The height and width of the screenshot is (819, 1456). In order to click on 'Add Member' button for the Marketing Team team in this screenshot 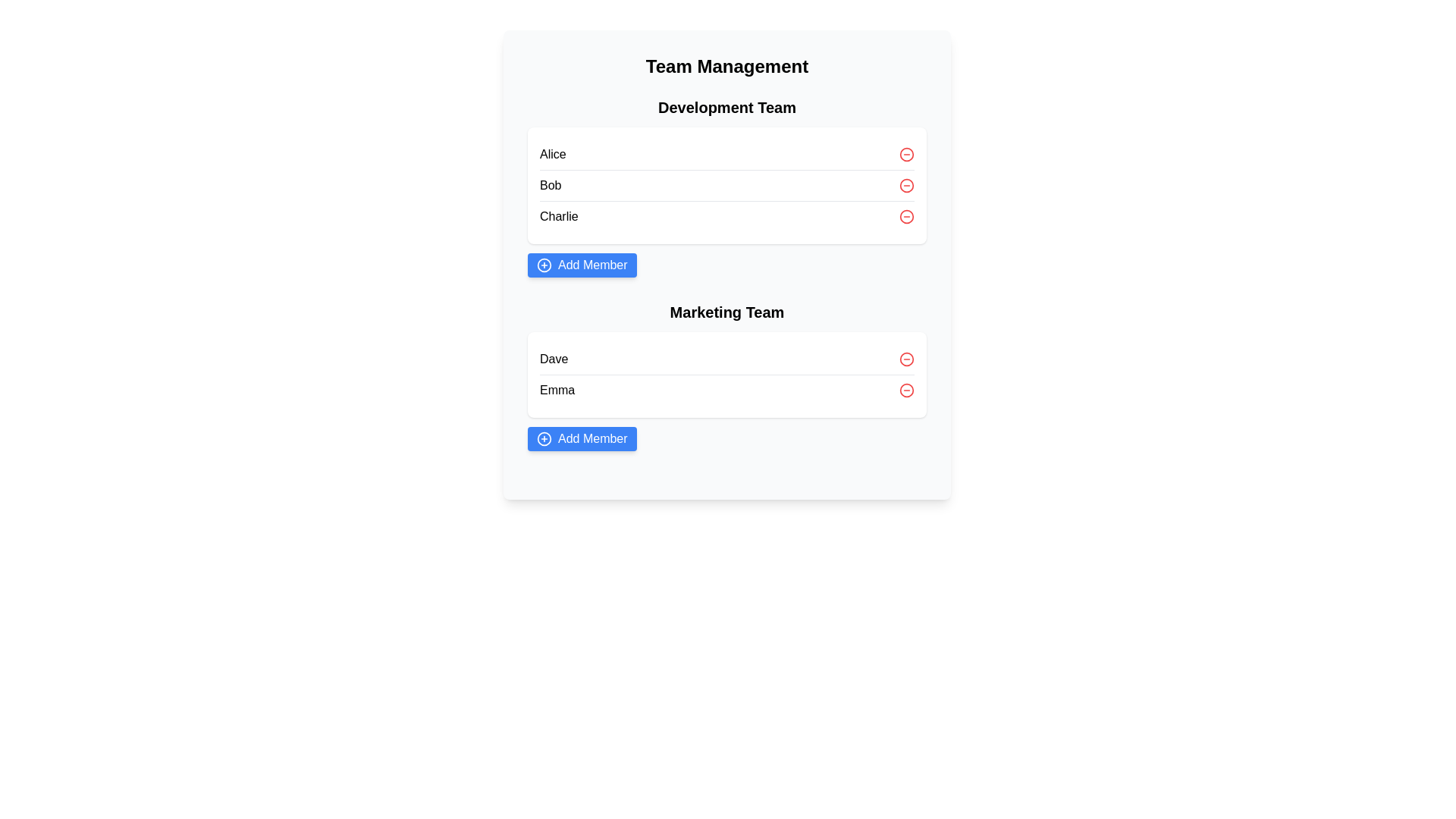, I will do `click(581, 438)`.